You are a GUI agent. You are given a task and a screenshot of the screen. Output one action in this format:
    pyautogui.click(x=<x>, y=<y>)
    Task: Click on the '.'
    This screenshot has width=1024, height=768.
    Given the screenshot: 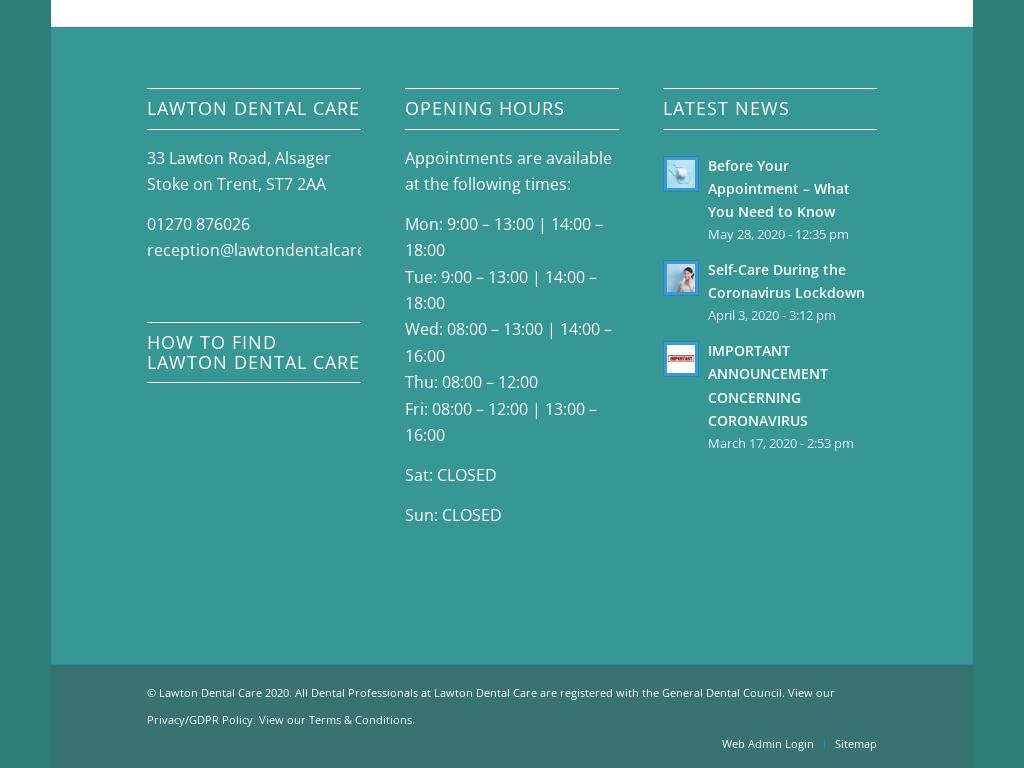 What is the action you would take?
    pyautogui.click(x=412, y=717)
    